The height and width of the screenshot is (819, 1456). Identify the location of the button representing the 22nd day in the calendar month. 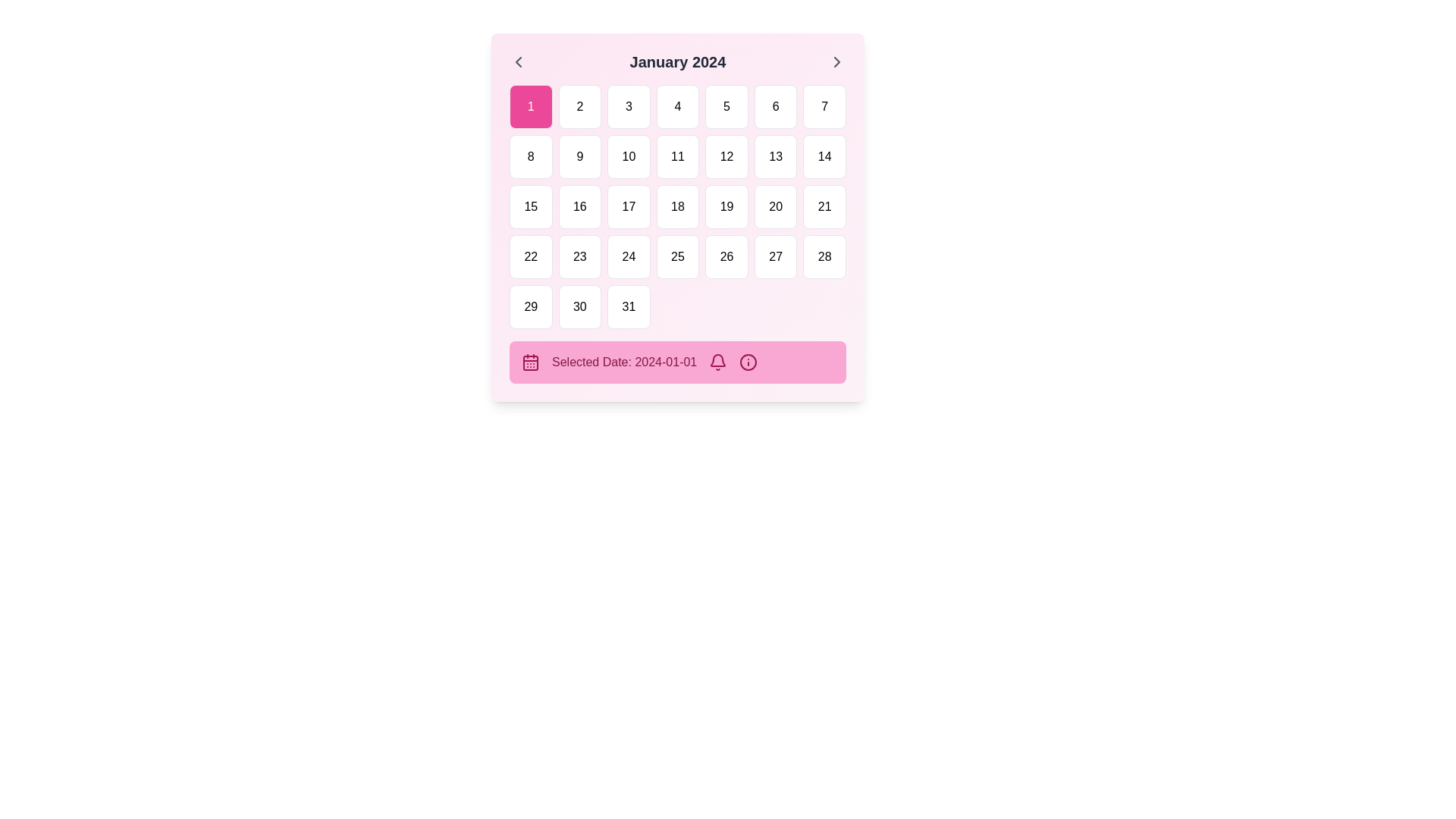
(531, 256).